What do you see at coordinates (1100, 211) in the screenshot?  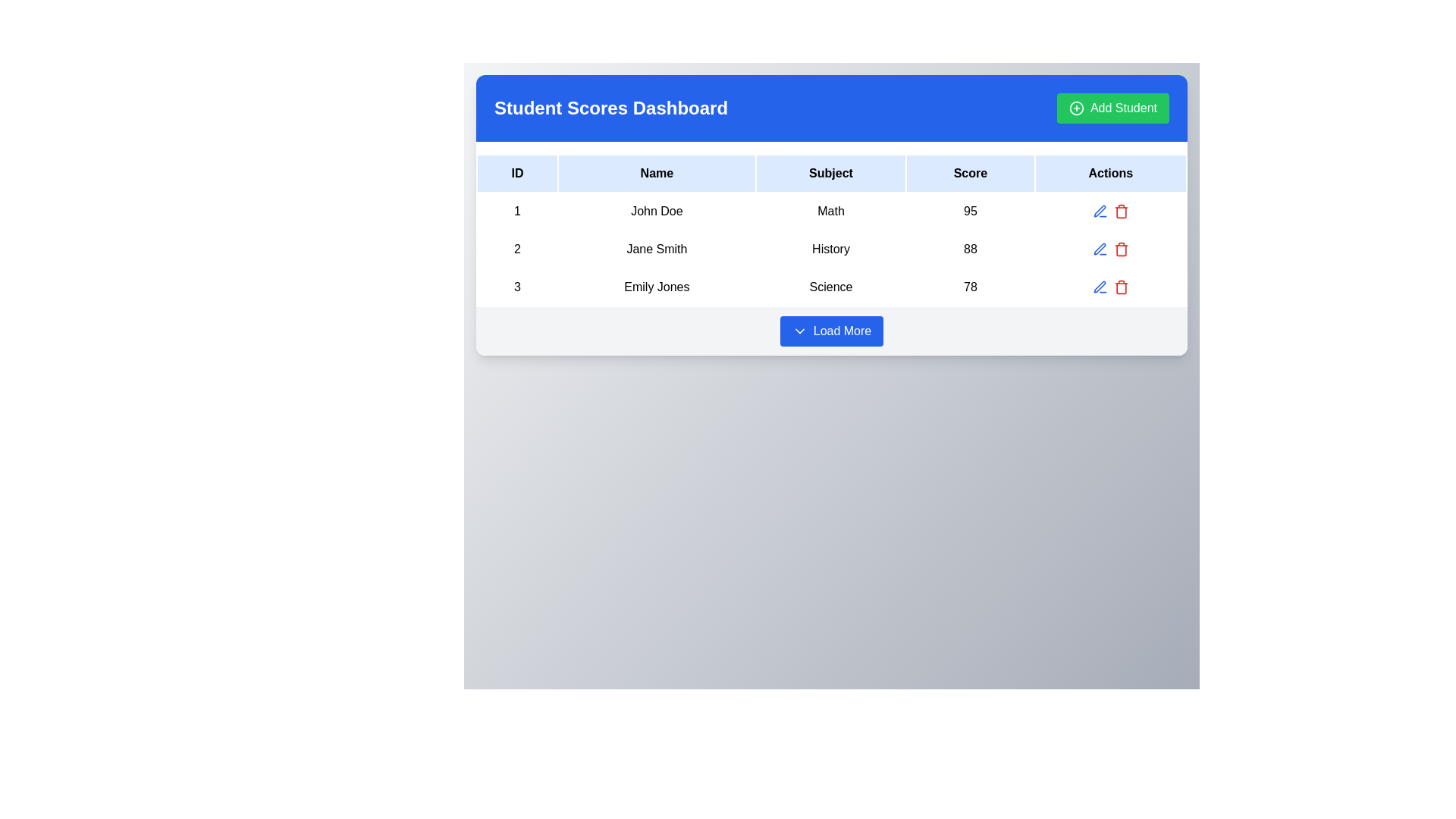 I see `the action button represented by a pen icon in the 'Actions' column of the first row of the table to change its color to a darker blue hue` at bounding box center [1100, 211].